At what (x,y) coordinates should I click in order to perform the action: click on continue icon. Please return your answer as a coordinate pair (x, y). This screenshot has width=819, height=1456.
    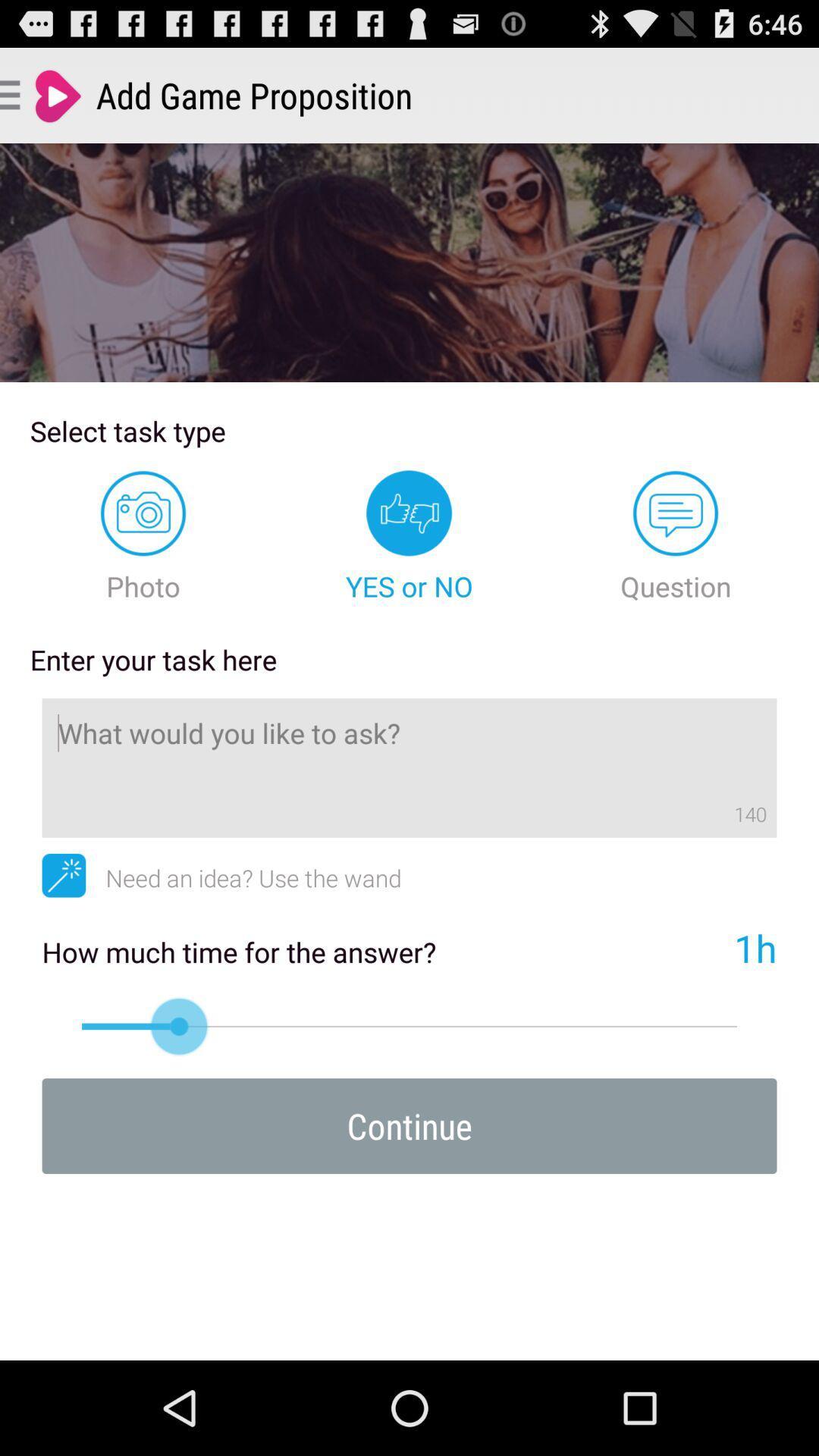
    Looking at the image, I should click on (409, 1125).